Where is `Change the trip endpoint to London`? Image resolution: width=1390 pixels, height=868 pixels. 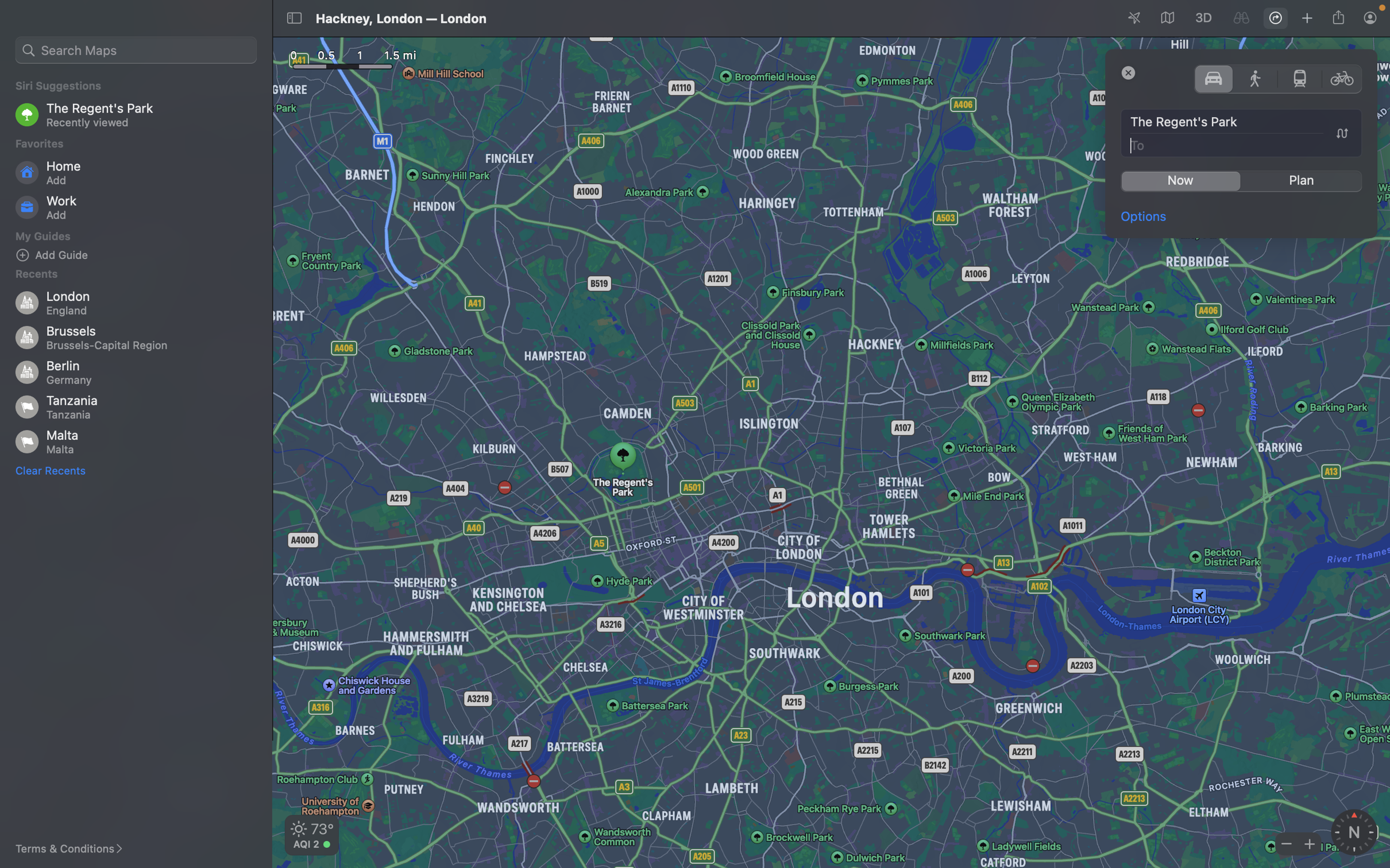
Change the trip endpoint to London is located at coordinates (1242, 144).